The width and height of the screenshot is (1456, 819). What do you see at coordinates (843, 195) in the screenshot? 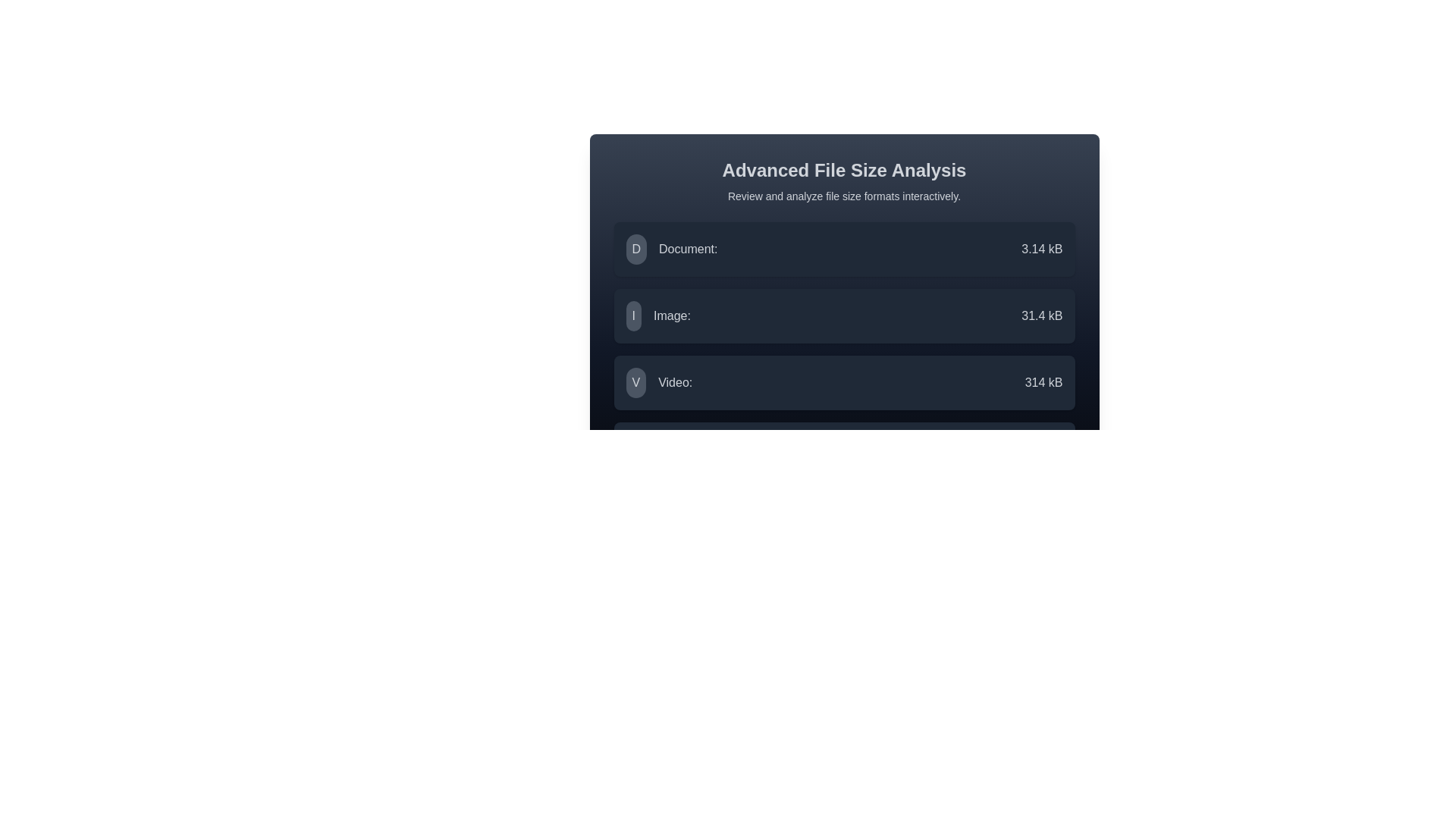
I see `the static text element that provides guidance on the section, located directly below the title 'Advanced File Size Analysis.'` at bounding box center [843, 195].